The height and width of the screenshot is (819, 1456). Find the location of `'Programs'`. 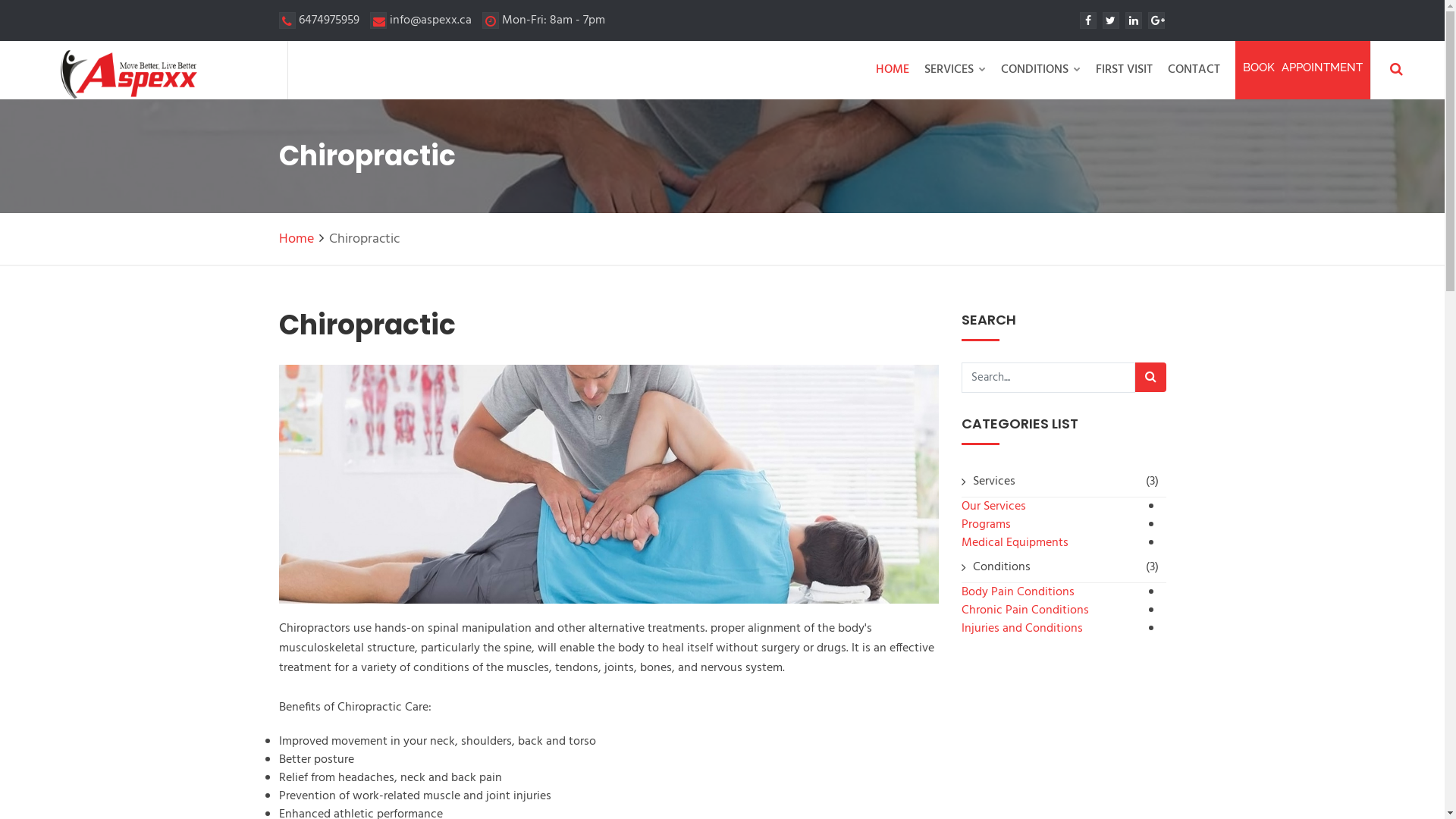

'Programs' is located at coordinates (986, 523).